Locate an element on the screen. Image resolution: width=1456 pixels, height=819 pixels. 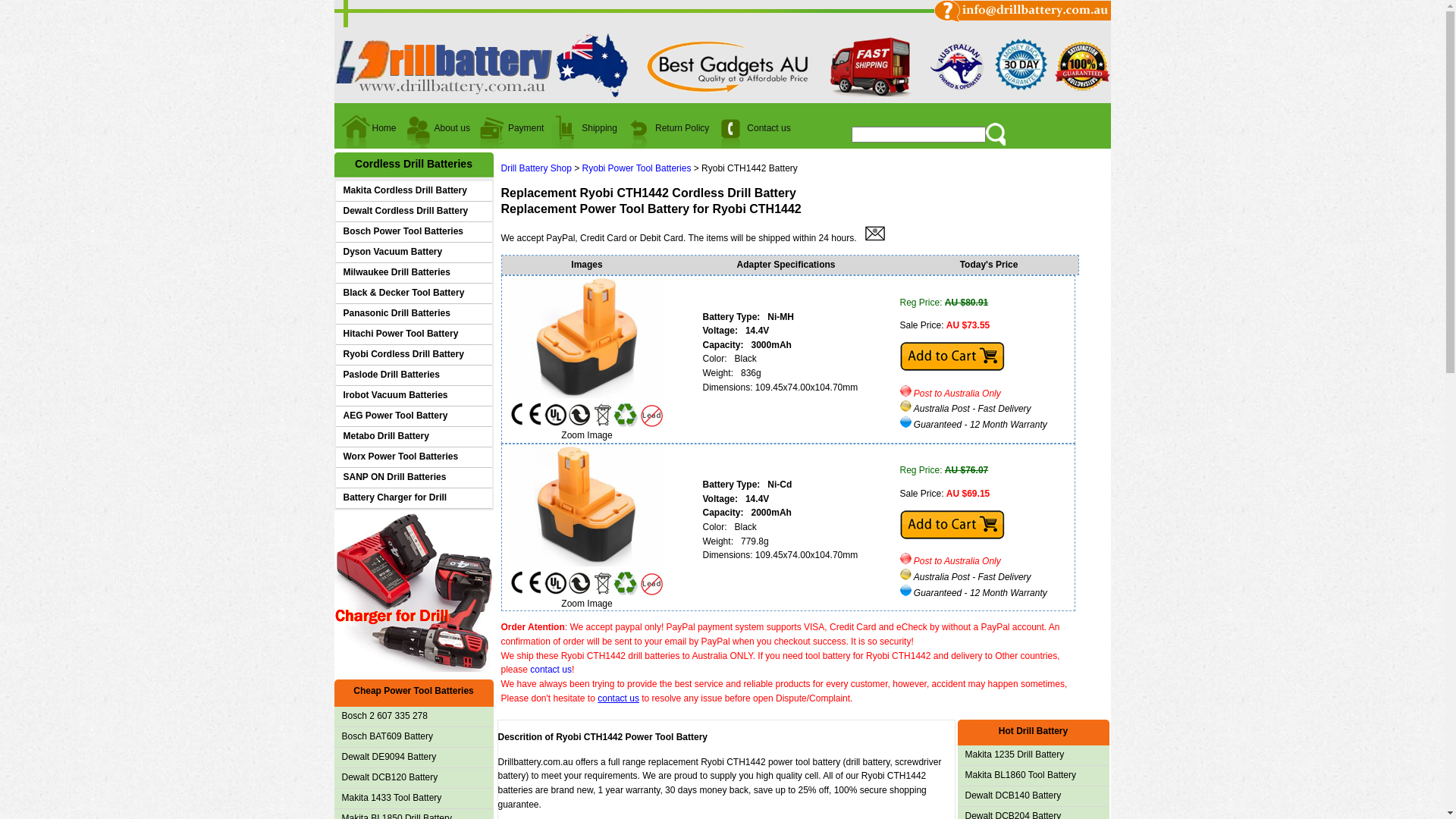
'Black & Decker Tool Battery' is located at coordinates (413, 293).